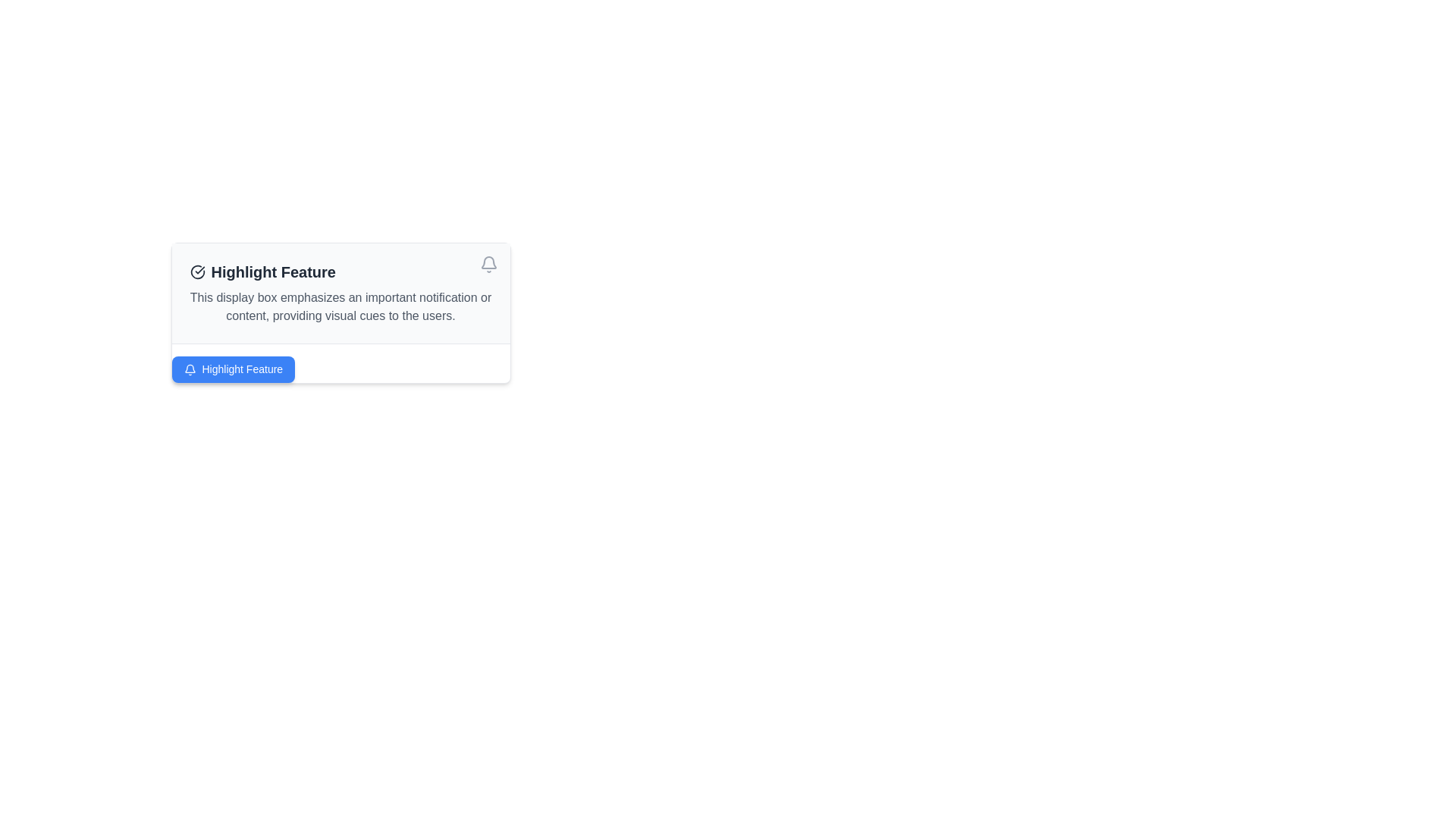 The width and height of the screenshot is (1456, 819). What do you see at coordinates (189, 369) in the screenshot?
I see `the Bell Icon, which is located to the left of the 'Highlight Feature' button within a rounded rectangular blue button at the bottom-right corner of the notification box` at bounding box center [189, 369].